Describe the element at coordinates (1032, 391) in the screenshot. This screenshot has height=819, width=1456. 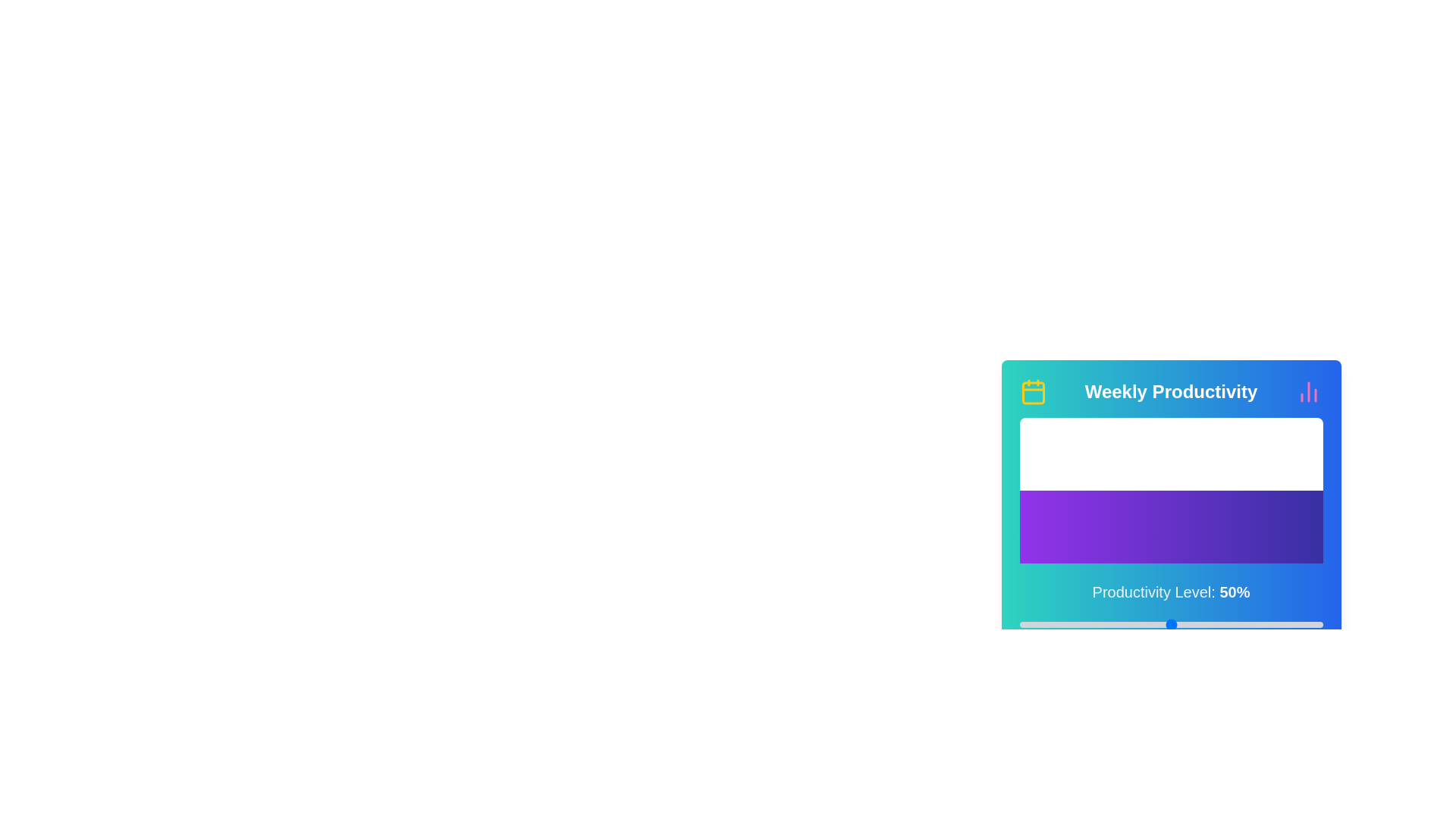
I see `the calendar icon to open the calendar functionality` at that location.